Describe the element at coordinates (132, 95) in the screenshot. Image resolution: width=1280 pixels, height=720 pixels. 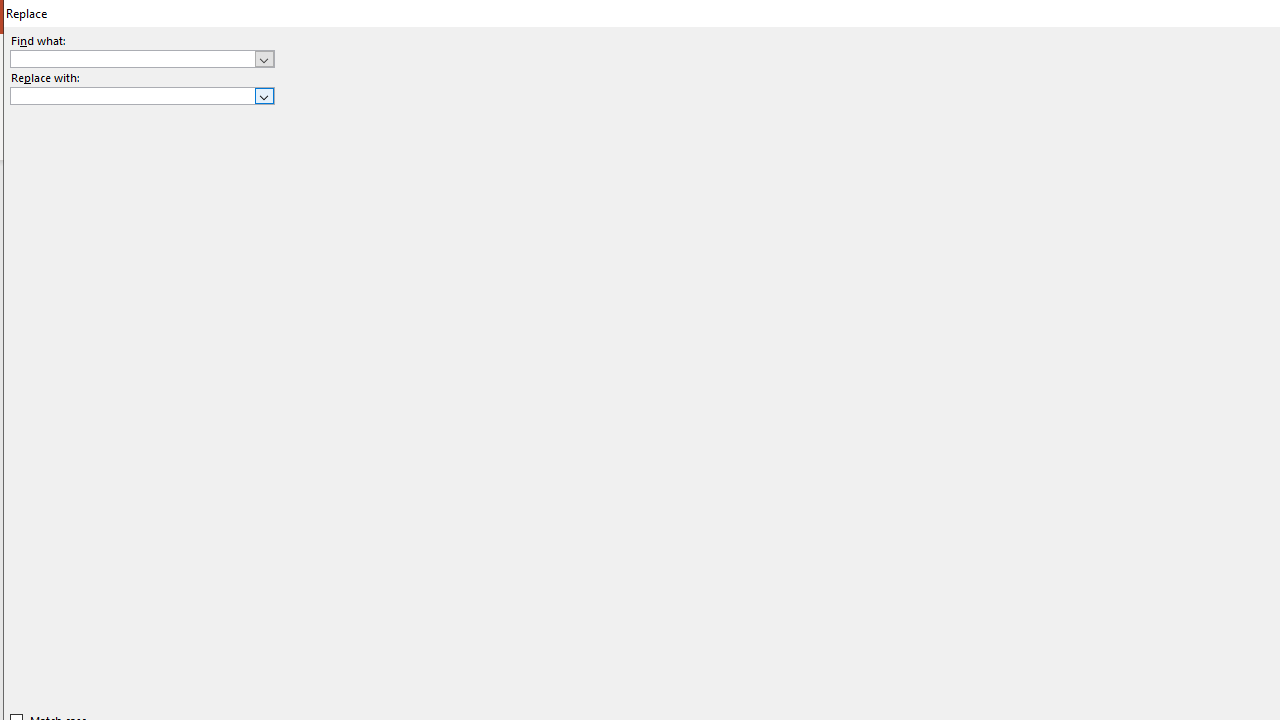
I see `'Replace with'` at that location.